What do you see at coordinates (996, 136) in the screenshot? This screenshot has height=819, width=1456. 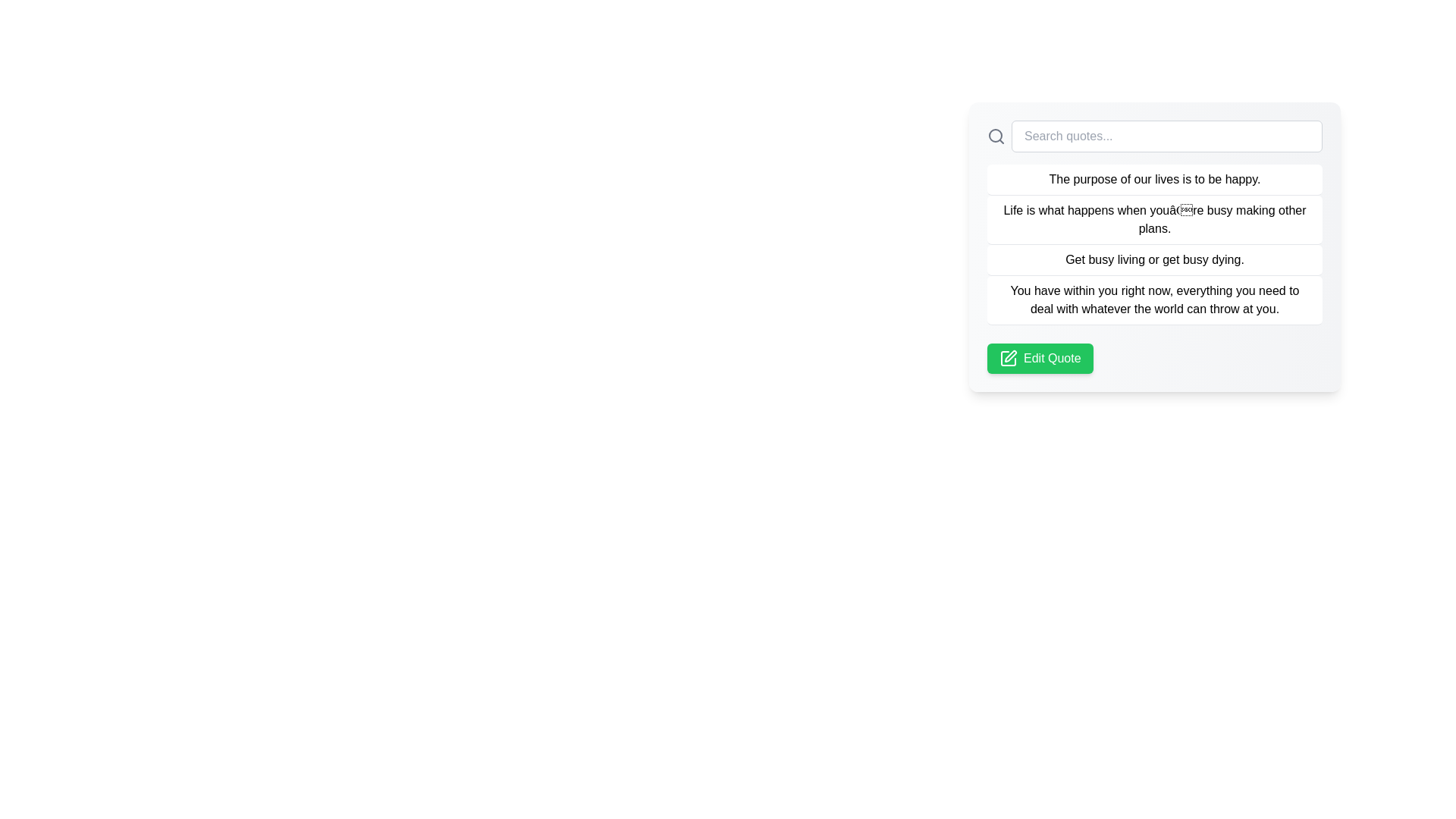 I see `the search icon located to the left of the text input field that has a placeholder saying 'Search quotes...' to invoke the associated search function` at bounding box center [996, 136].